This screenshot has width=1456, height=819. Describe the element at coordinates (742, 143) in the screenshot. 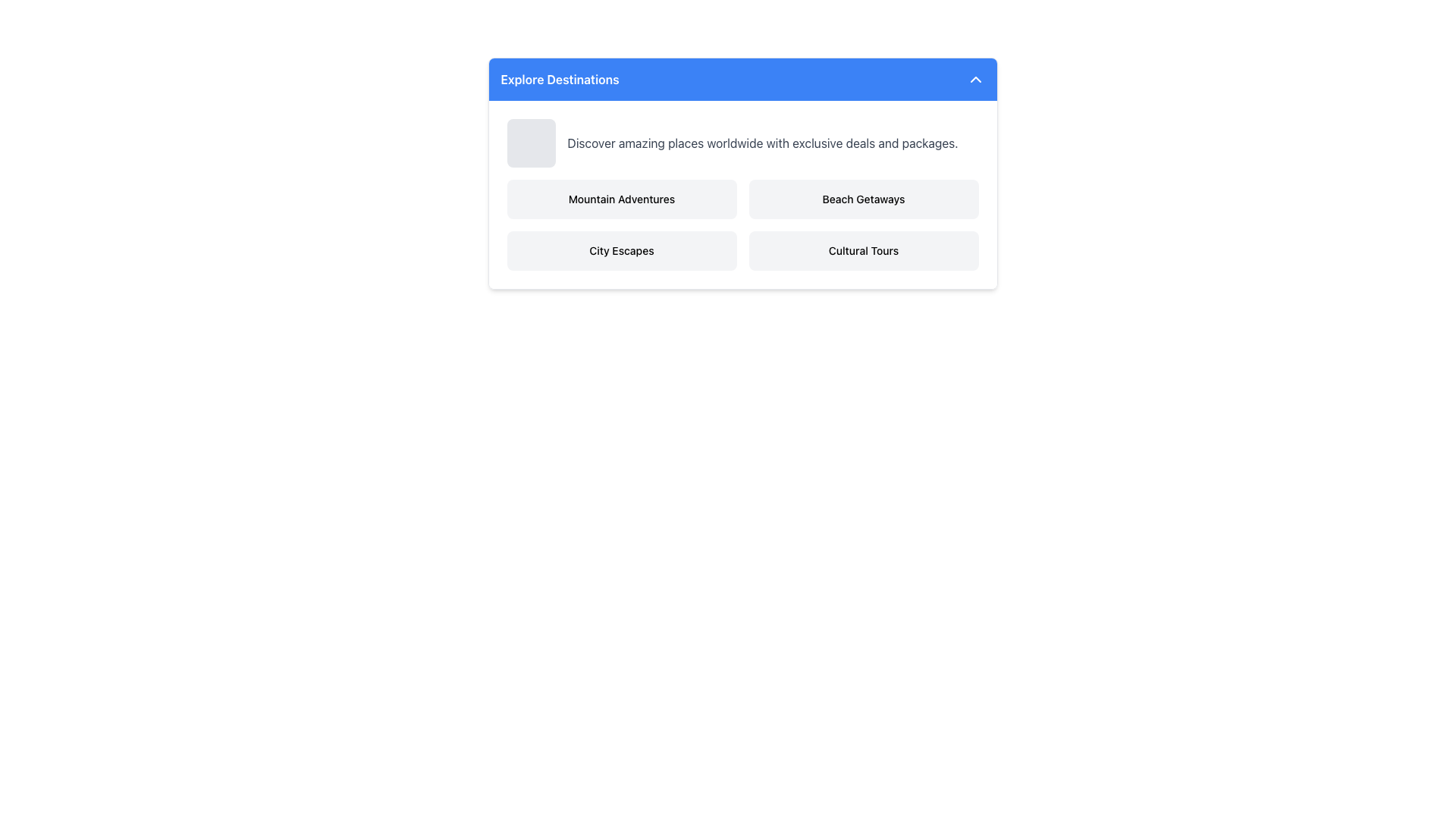

I see `introductory text with a decorative icon located under the heading 'Explore Destinations', positioned in the first row of content just below the header` at that location.